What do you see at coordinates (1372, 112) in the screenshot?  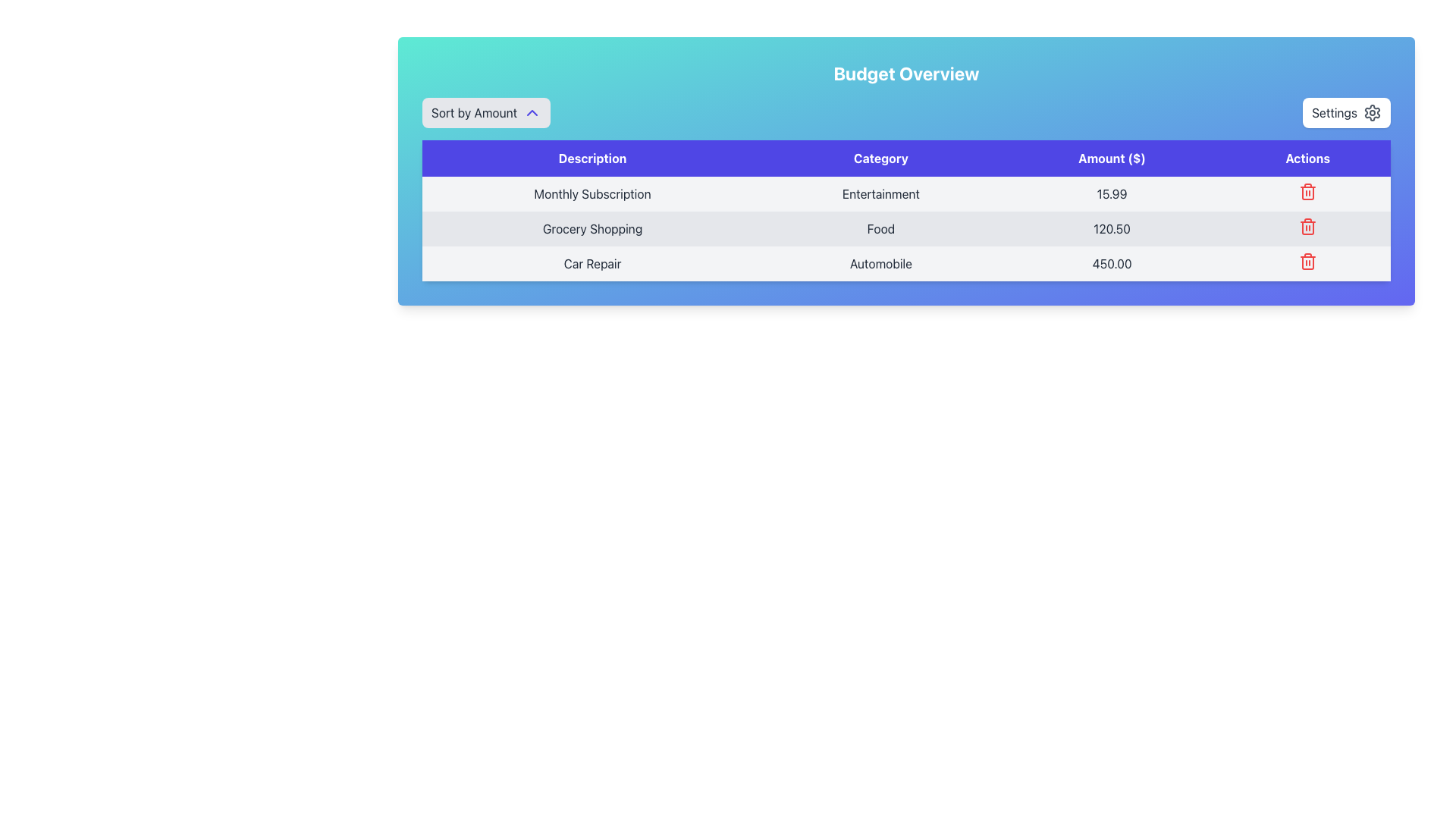 I see `the gear icon located at the top-right corner of the interface, which is part of the 'Settings' button` at bounding box center [1372, 112].